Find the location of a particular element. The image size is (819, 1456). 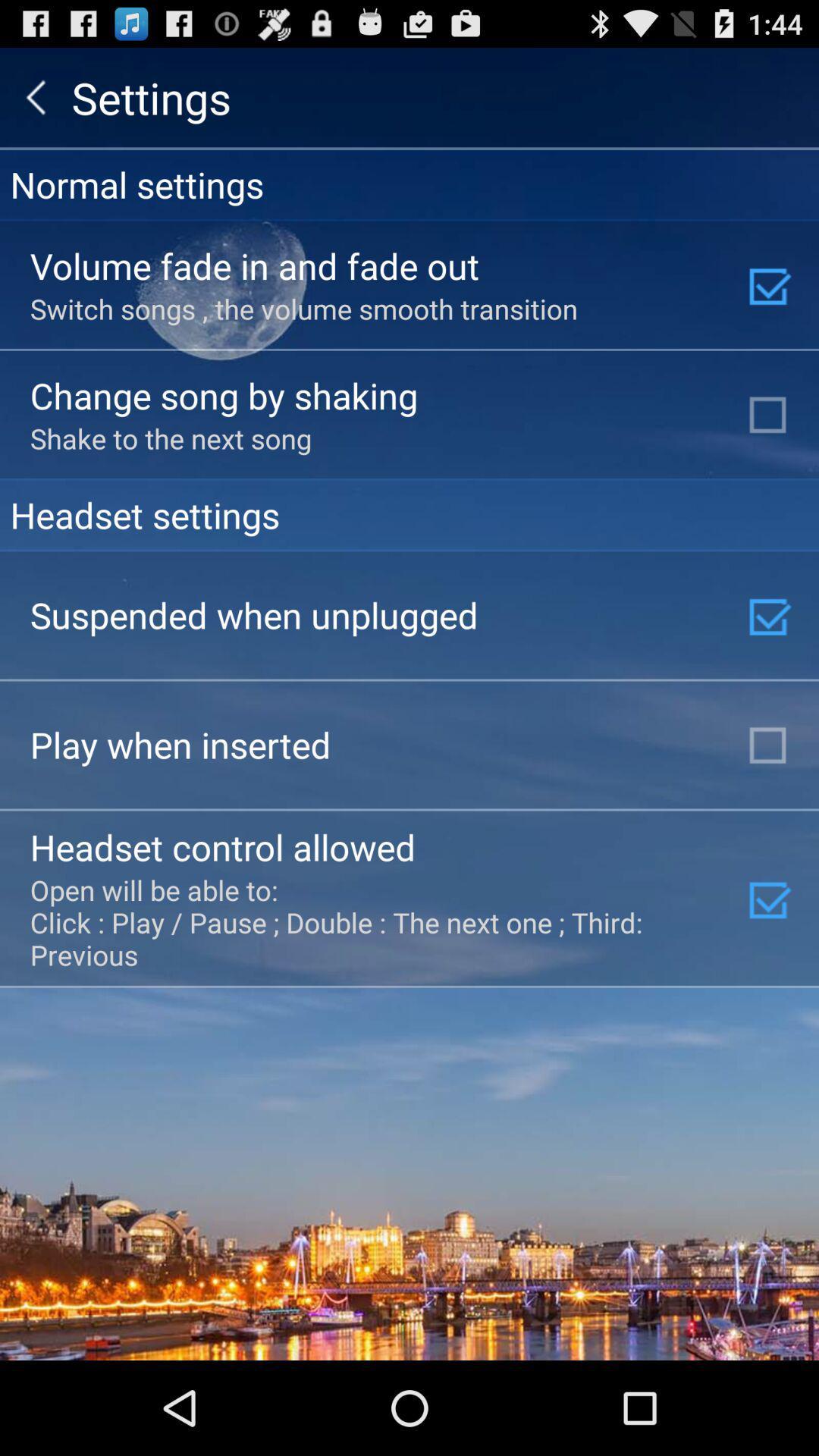

the arrow_backward icon is located at coordinates (35, 103).